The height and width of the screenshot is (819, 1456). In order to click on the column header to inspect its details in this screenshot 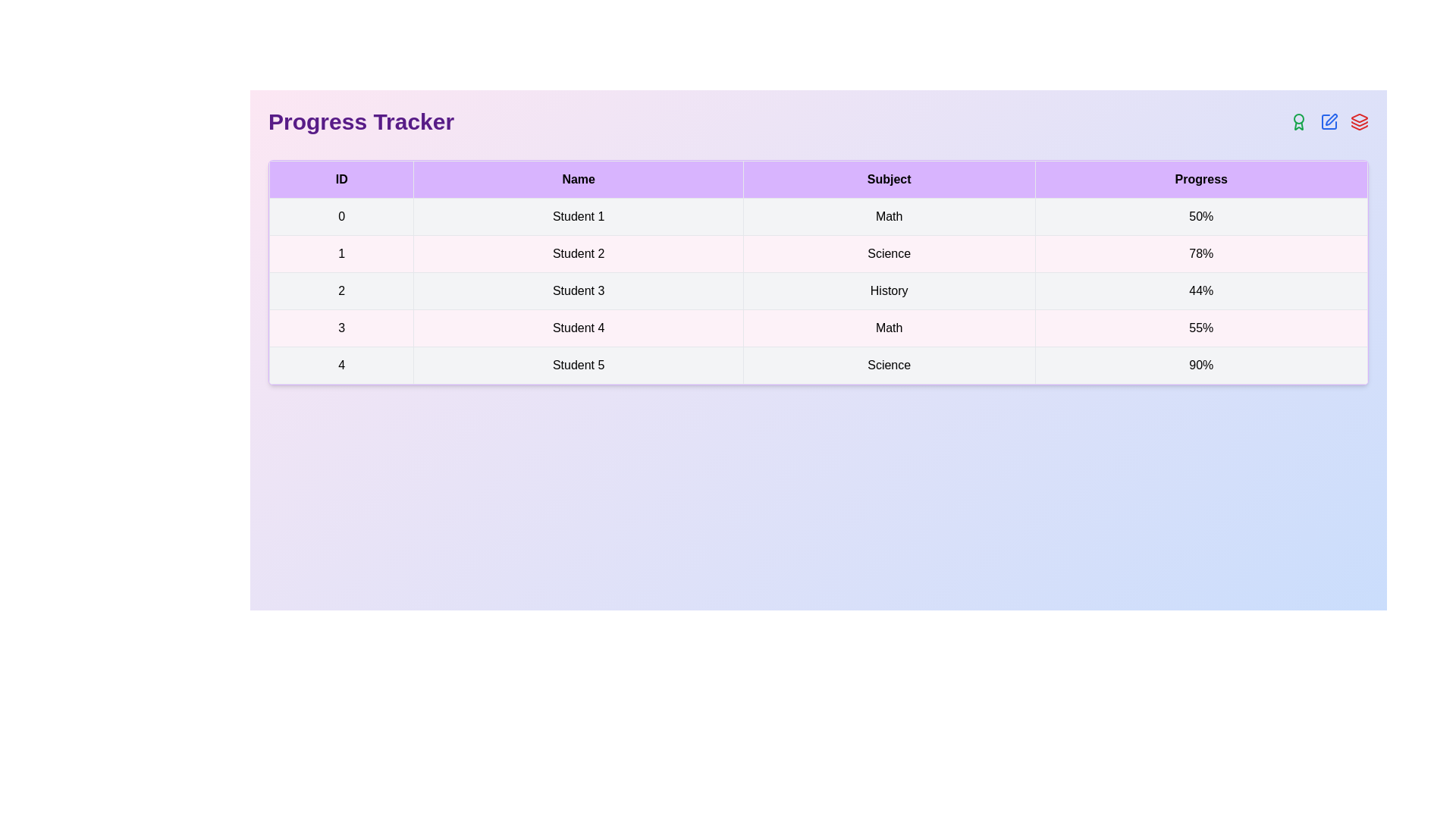, I will do `click(578, 178)`.